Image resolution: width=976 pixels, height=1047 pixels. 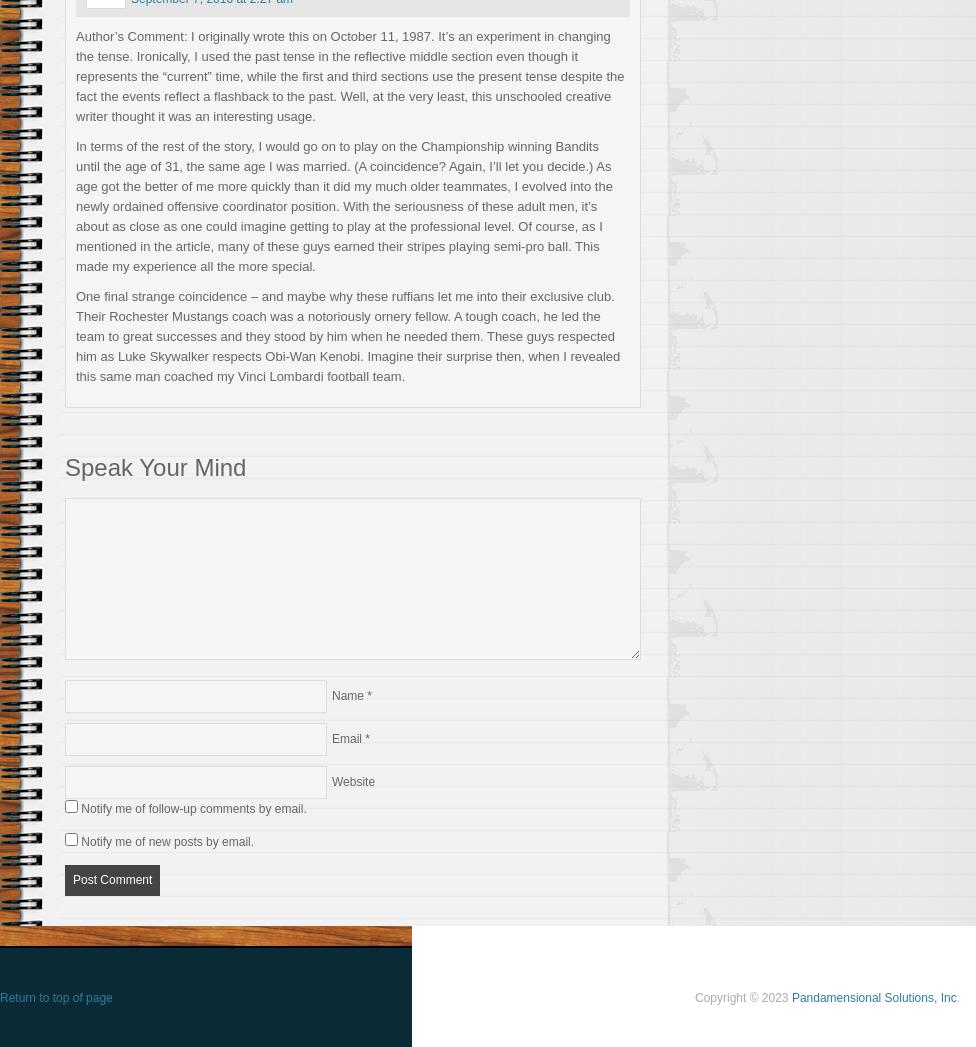 What do you see at coordinates (872, 995) in the screenshot?
I see `'Pandamensional Solutions, Inc'` at bounding box center [872, 995].